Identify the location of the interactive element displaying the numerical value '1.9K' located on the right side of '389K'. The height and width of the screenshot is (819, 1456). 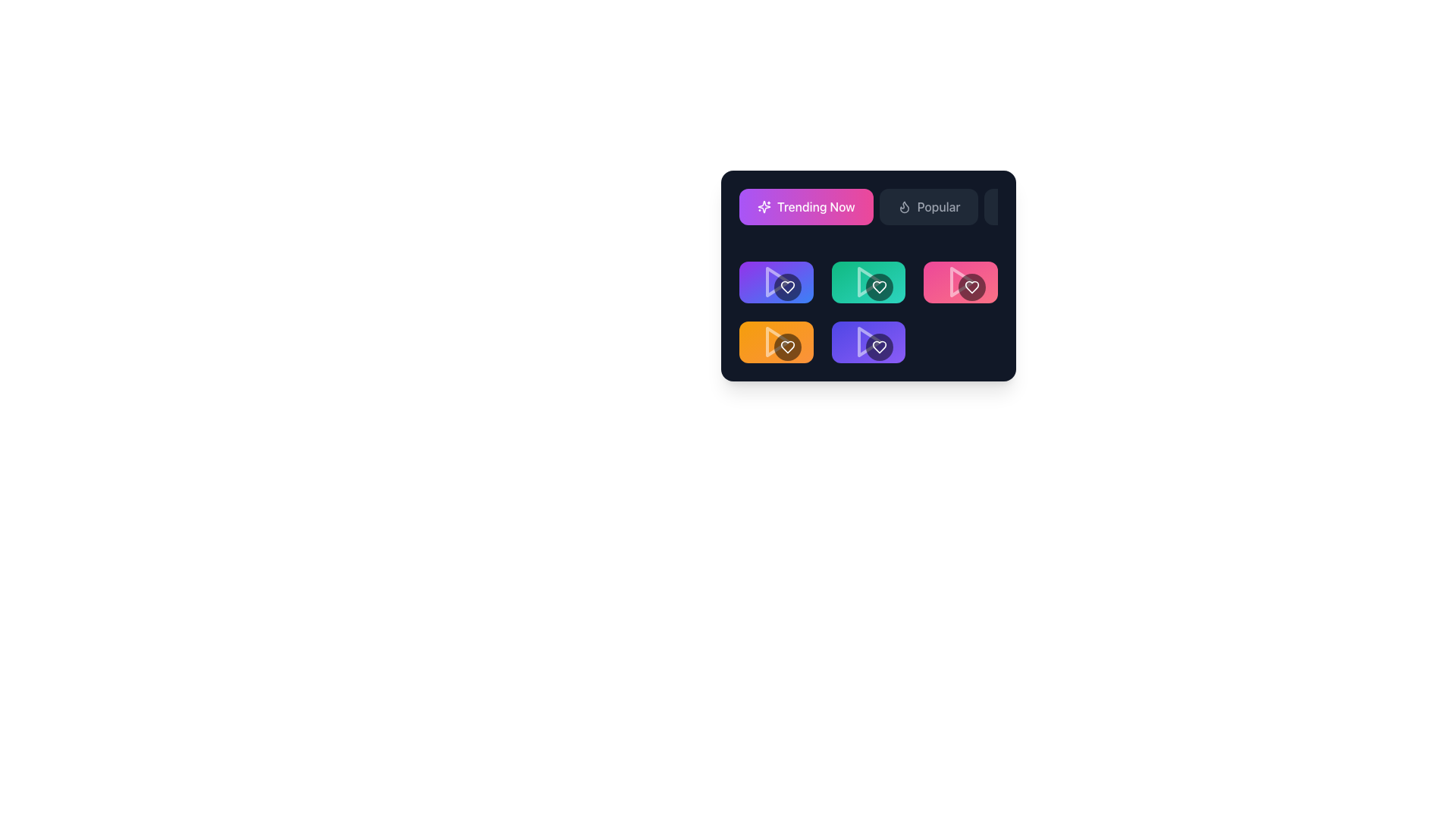
(916, 334).